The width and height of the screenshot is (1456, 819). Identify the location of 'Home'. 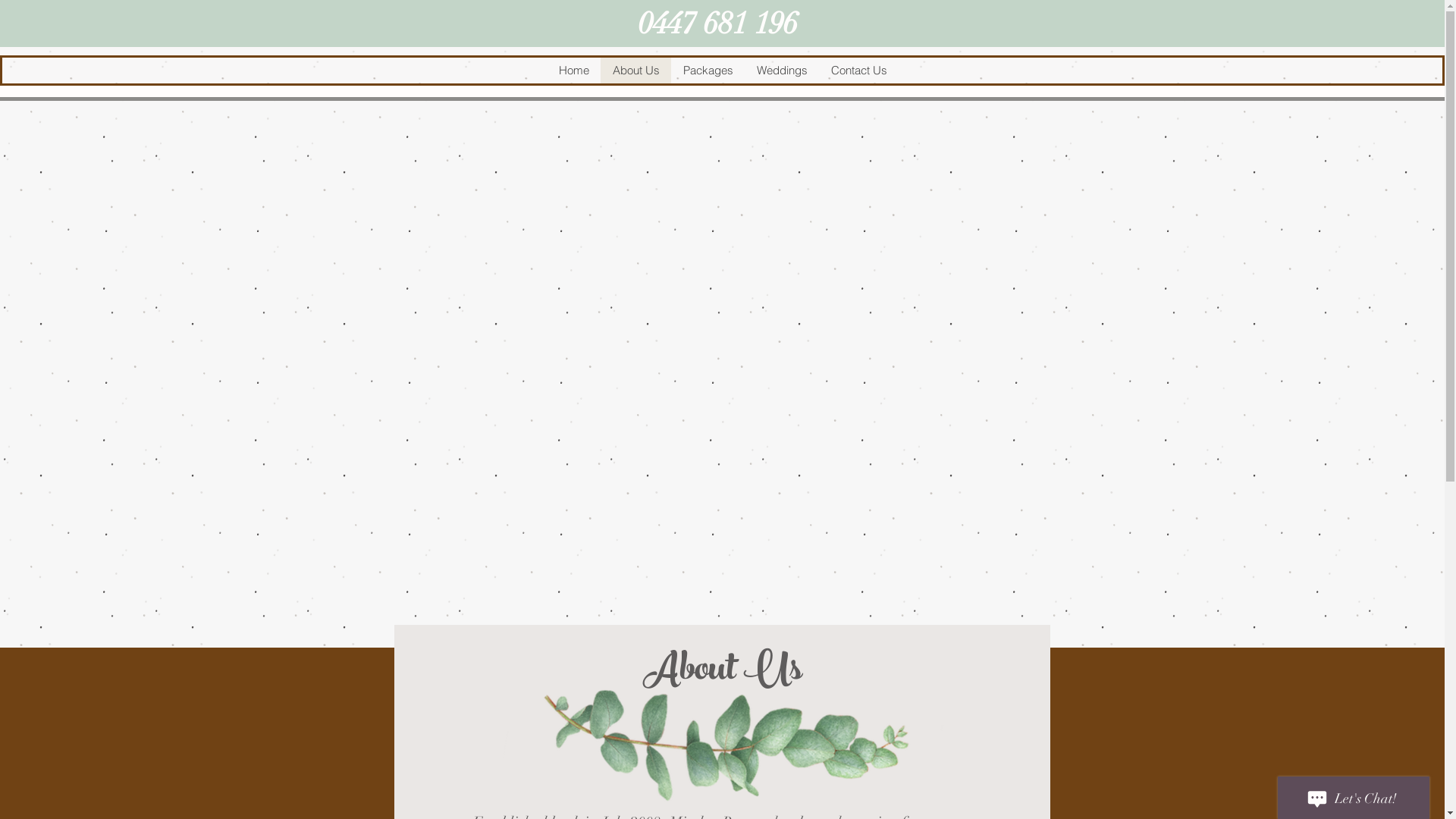
(572, 70).